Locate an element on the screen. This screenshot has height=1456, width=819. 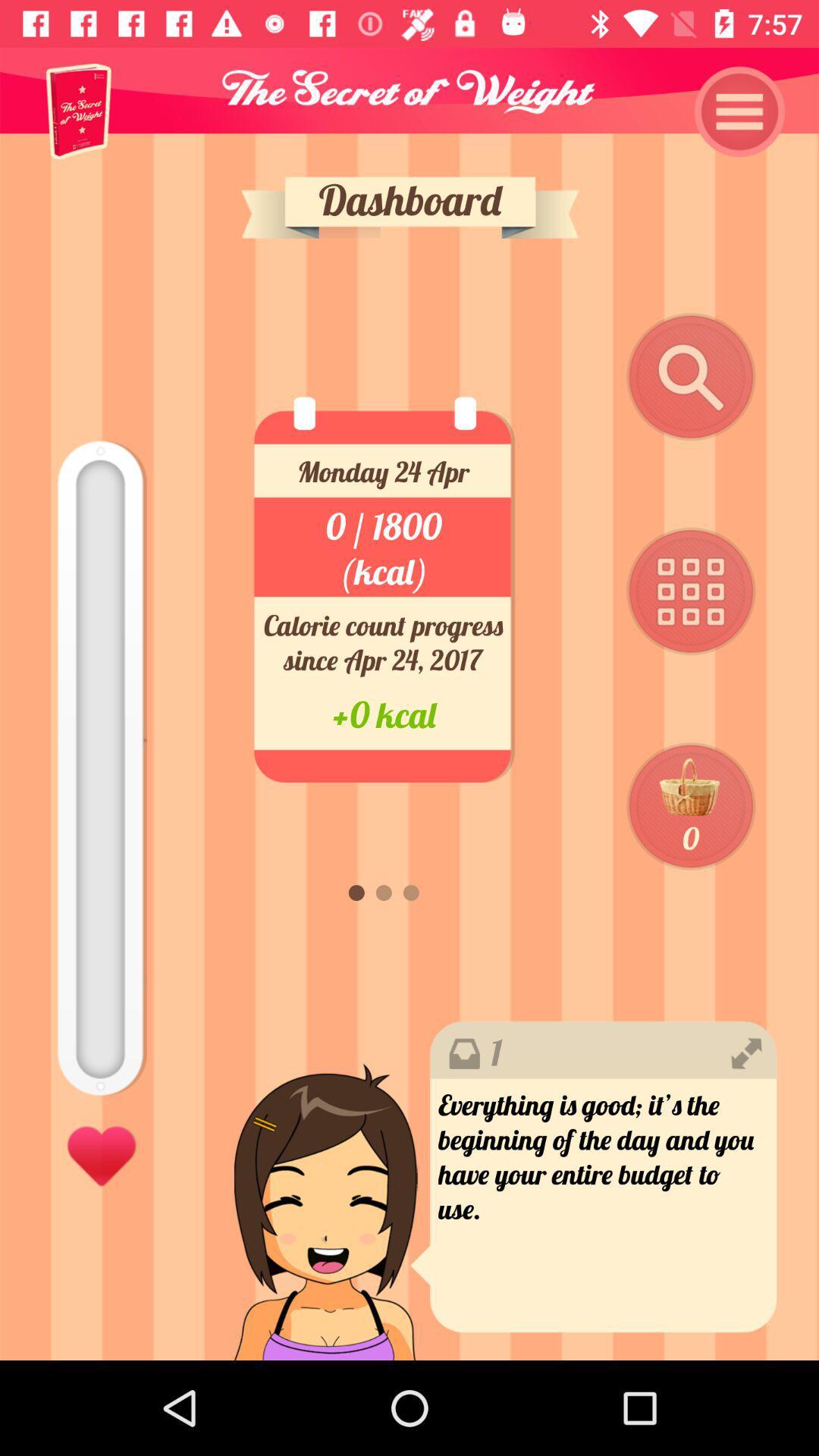
icon above 1 item is located at coordinates (691, 806).